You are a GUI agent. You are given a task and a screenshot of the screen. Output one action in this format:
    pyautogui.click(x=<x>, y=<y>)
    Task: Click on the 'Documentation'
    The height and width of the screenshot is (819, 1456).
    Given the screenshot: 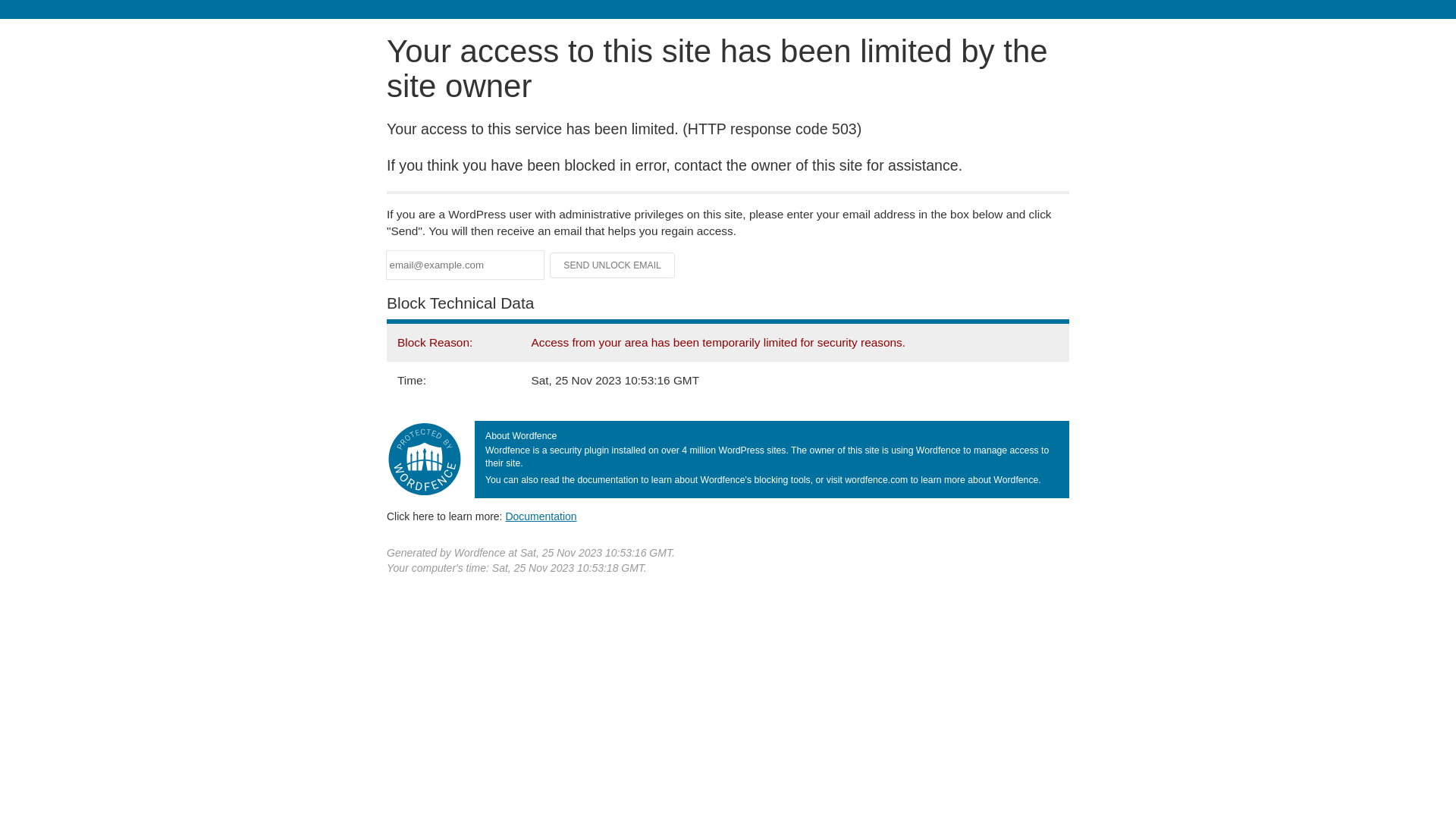 What is the action you would take?
    pyautogui.click(x=541, y=516)
    